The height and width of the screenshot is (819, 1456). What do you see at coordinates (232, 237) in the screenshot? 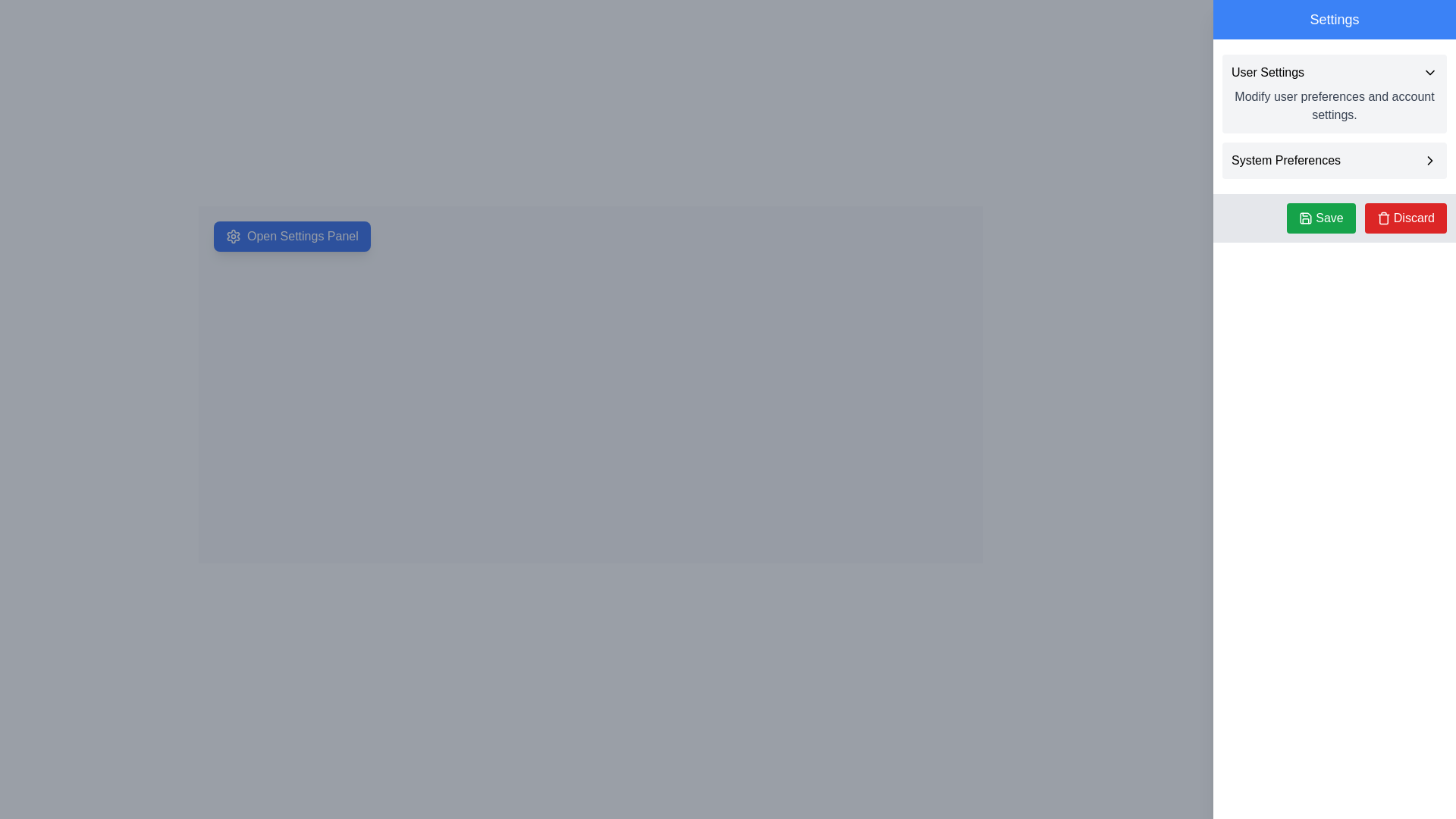
I see `the icon located to the left of the 'Open Settings Panel' button` at bounding box center [232, 237].